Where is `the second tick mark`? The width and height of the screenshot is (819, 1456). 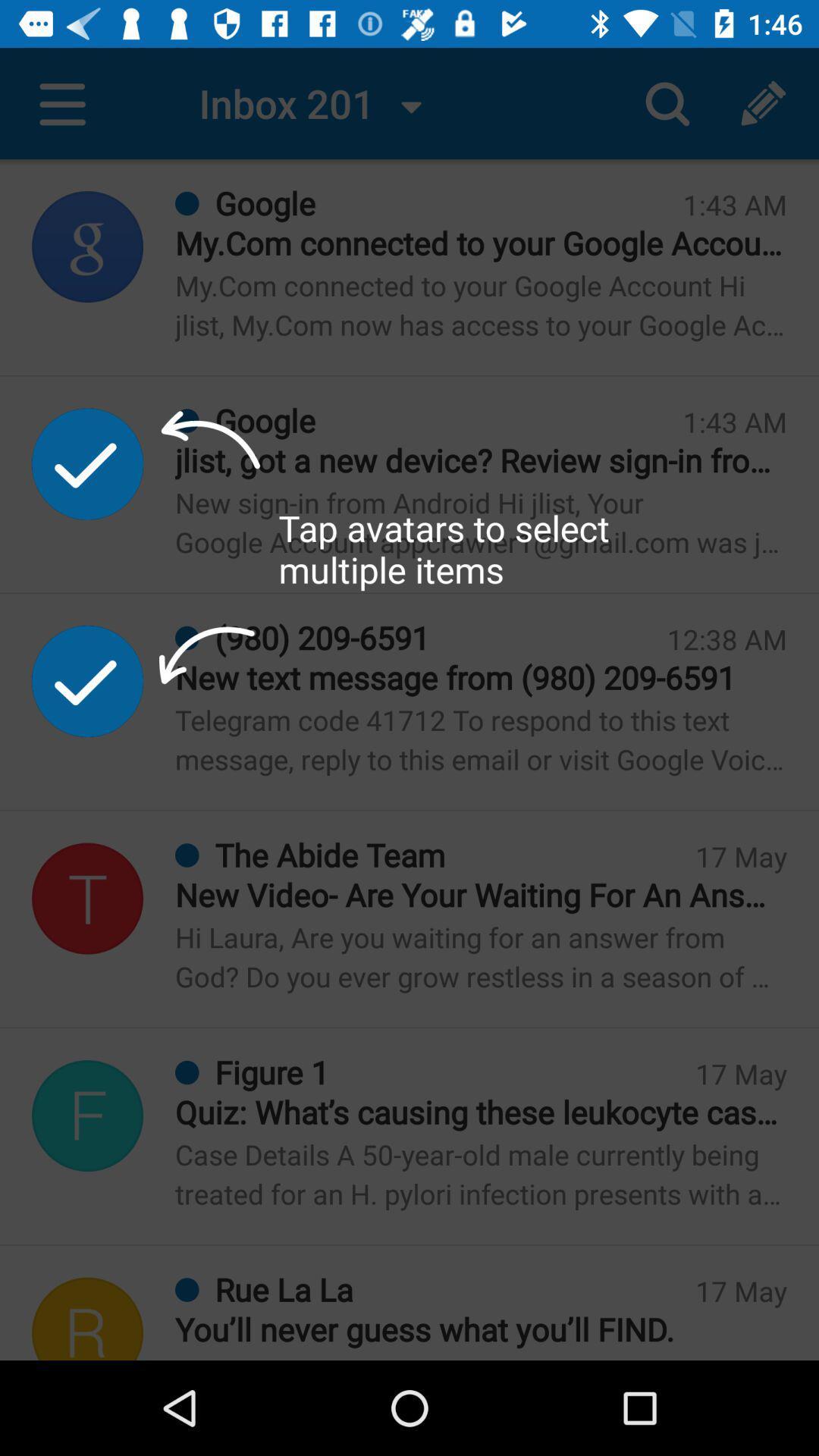 the second tick mark is located at coordinates (87, 680).